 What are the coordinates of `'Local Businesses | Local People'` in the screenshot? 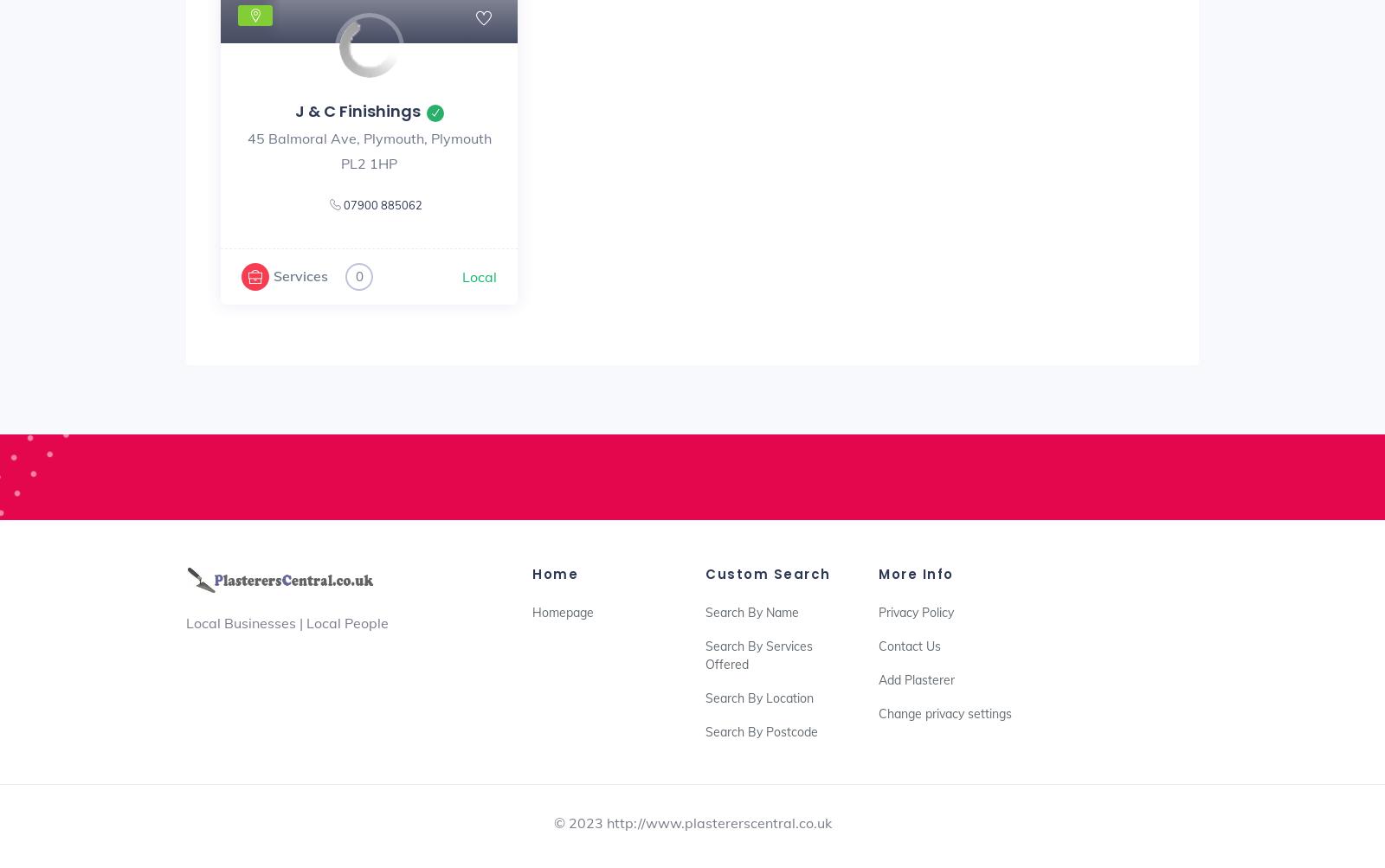 It's located at (287, 621).